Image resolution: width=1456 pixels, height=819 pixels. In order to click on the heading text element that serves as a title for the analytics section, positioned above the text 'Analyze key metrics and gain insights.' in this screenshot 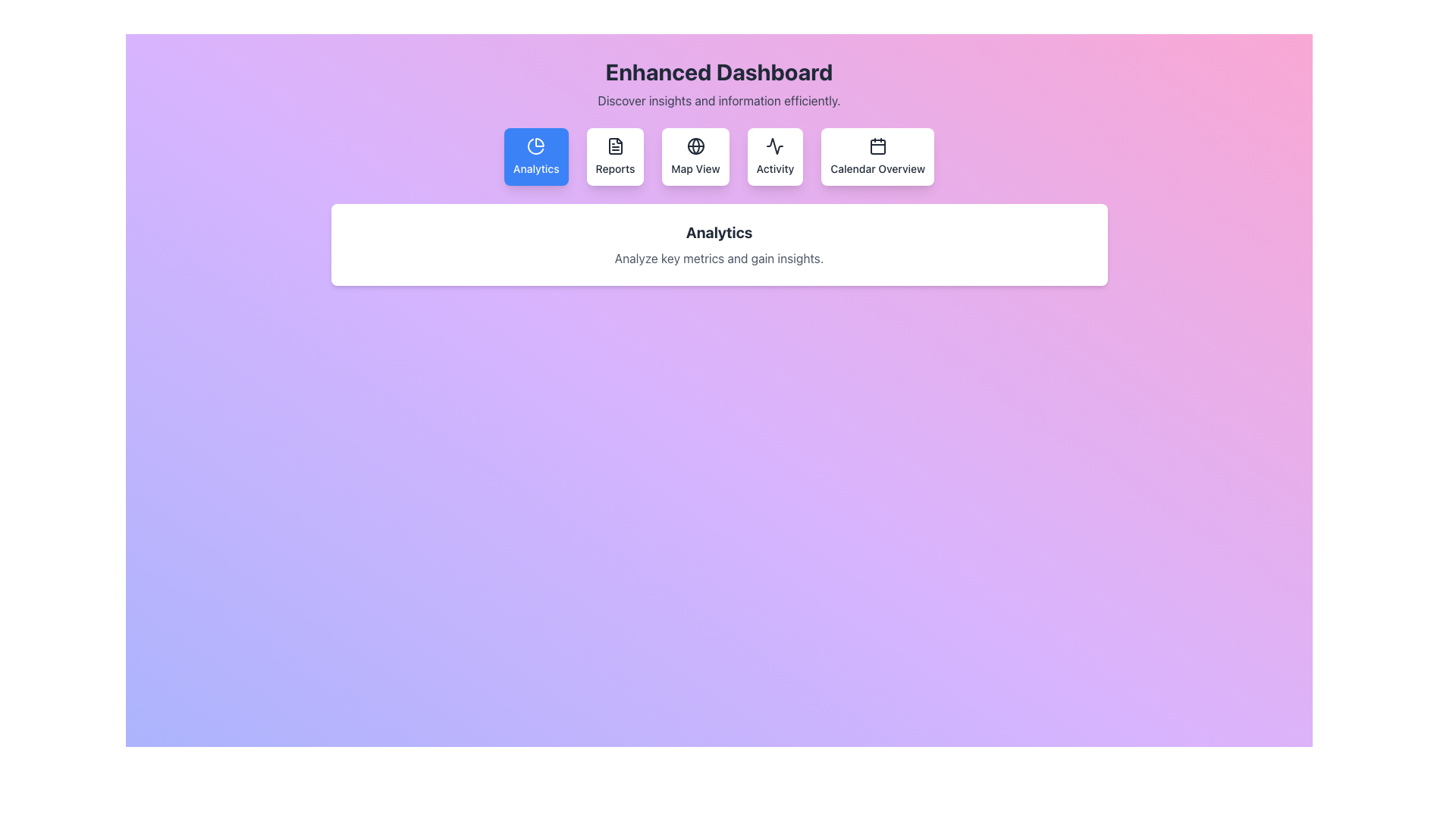, I will do `click(718, 233)`.